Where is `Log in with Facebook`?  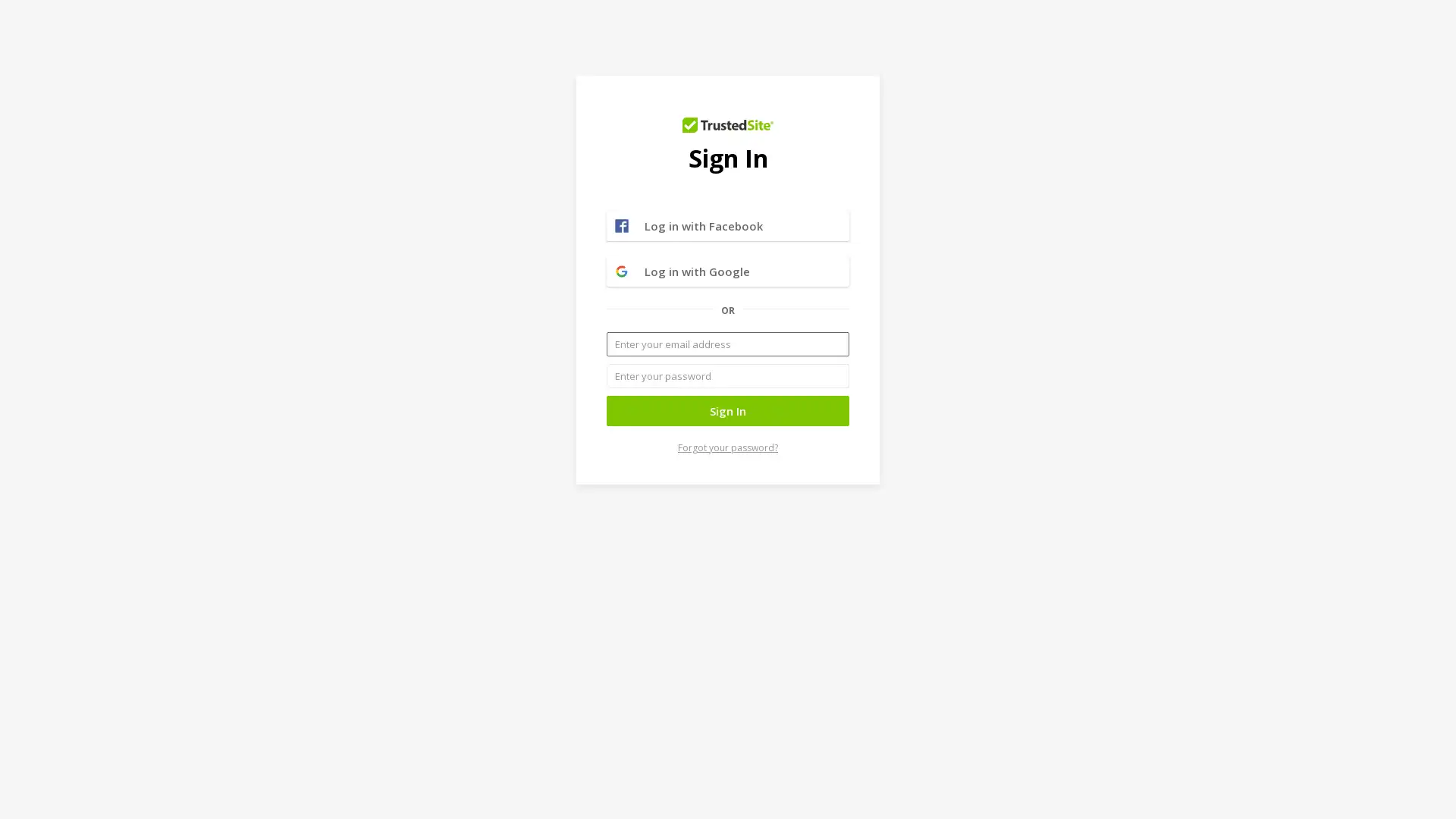
Log in with Facebook is located at coordinates (728, 225).